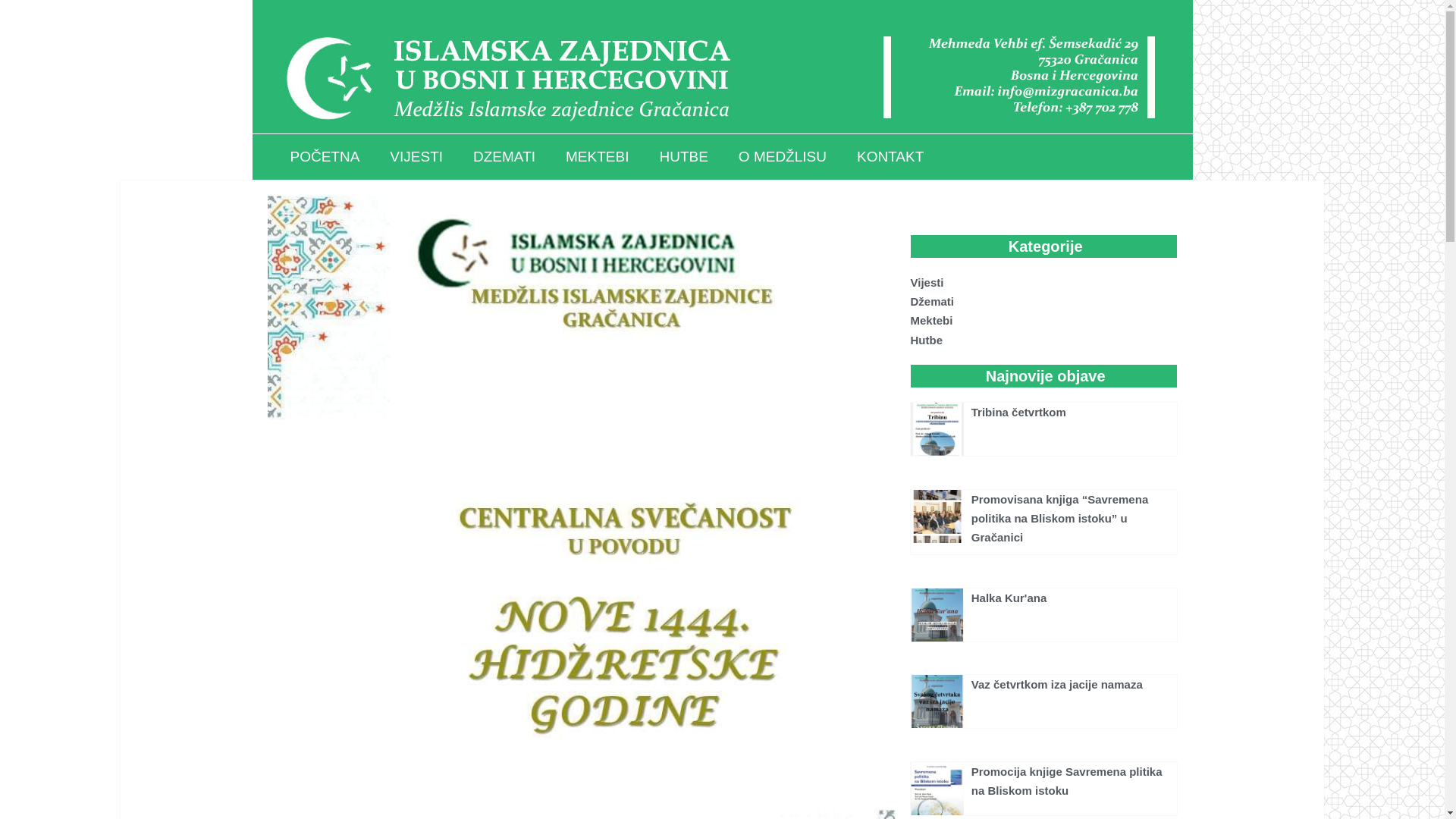 The width and height of the screenshot is (1456, 819). Describe the element at coordinates (1042, 282) in the screenshot. I see `'Vijesti'` at that location.